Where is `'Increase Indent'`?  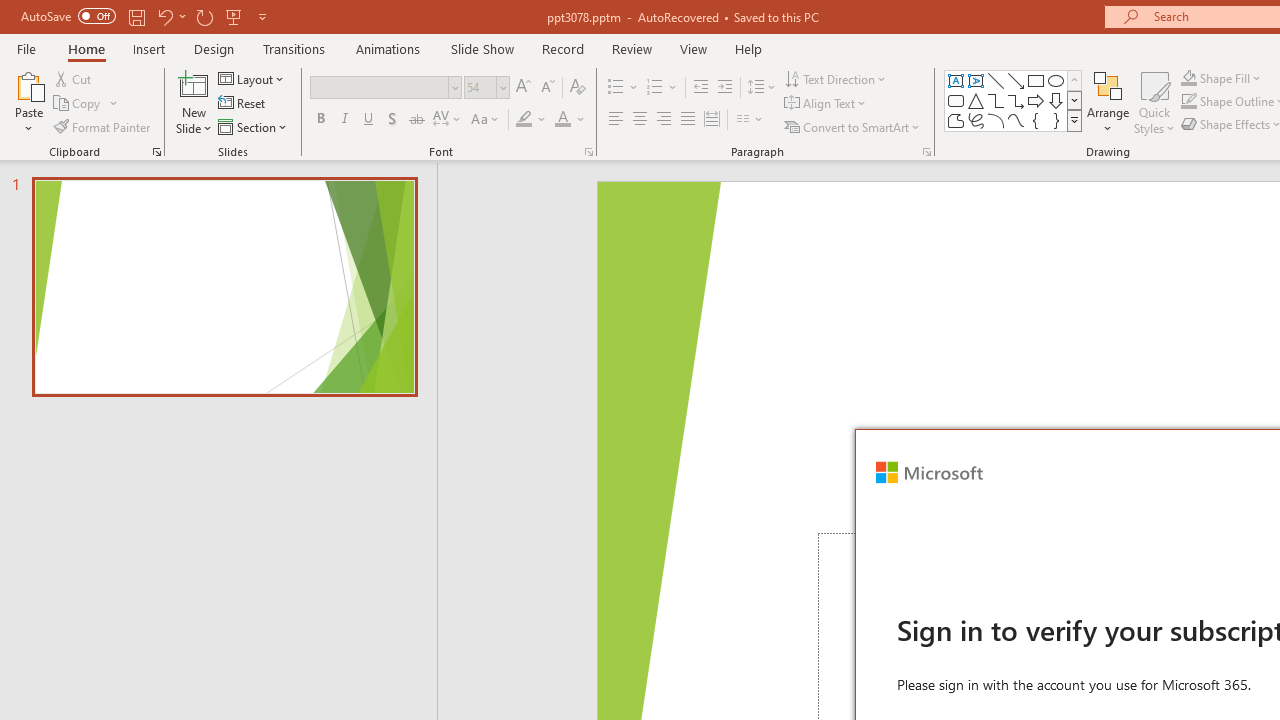
'Increase Indent' is located at coordinates (724, 86).